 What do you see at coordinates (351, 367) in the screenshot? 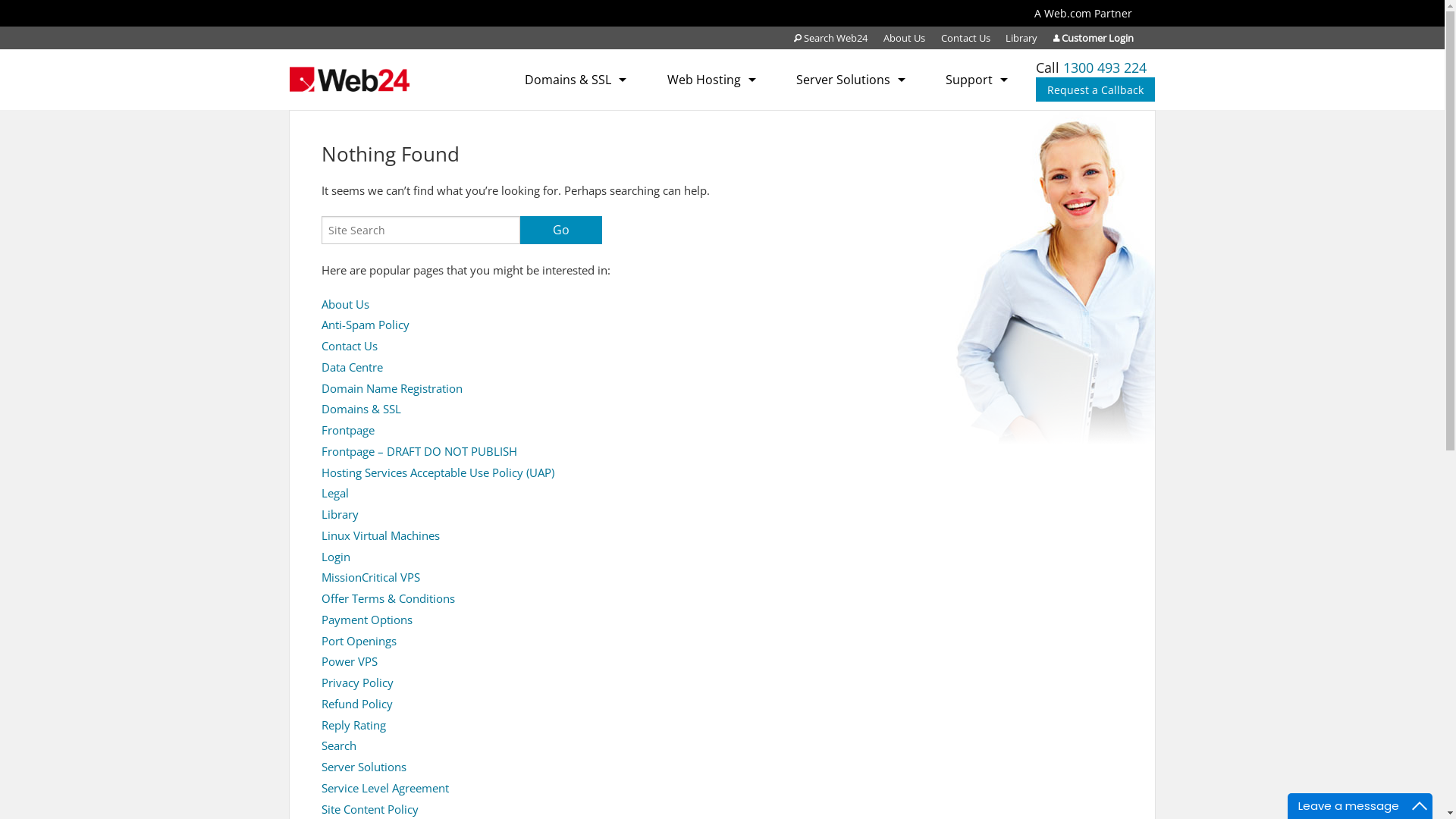
I see `'Data Centre'` at bounding box center [351, 367].